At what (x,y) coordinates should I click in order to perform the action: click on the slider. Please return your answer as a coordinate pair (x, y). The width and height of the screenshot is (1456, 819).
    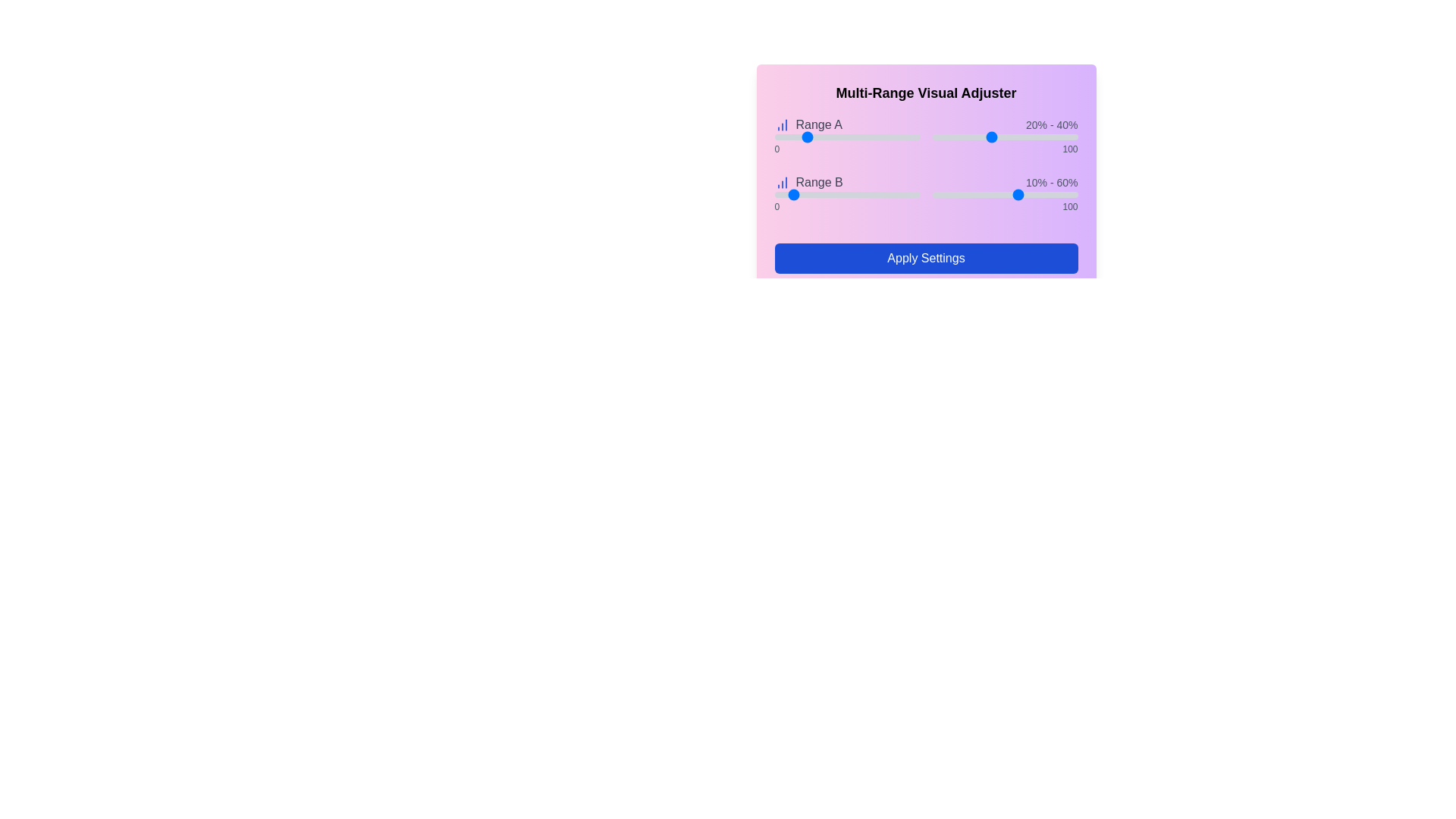
    Looking at the image, I should click on (1062, 137).